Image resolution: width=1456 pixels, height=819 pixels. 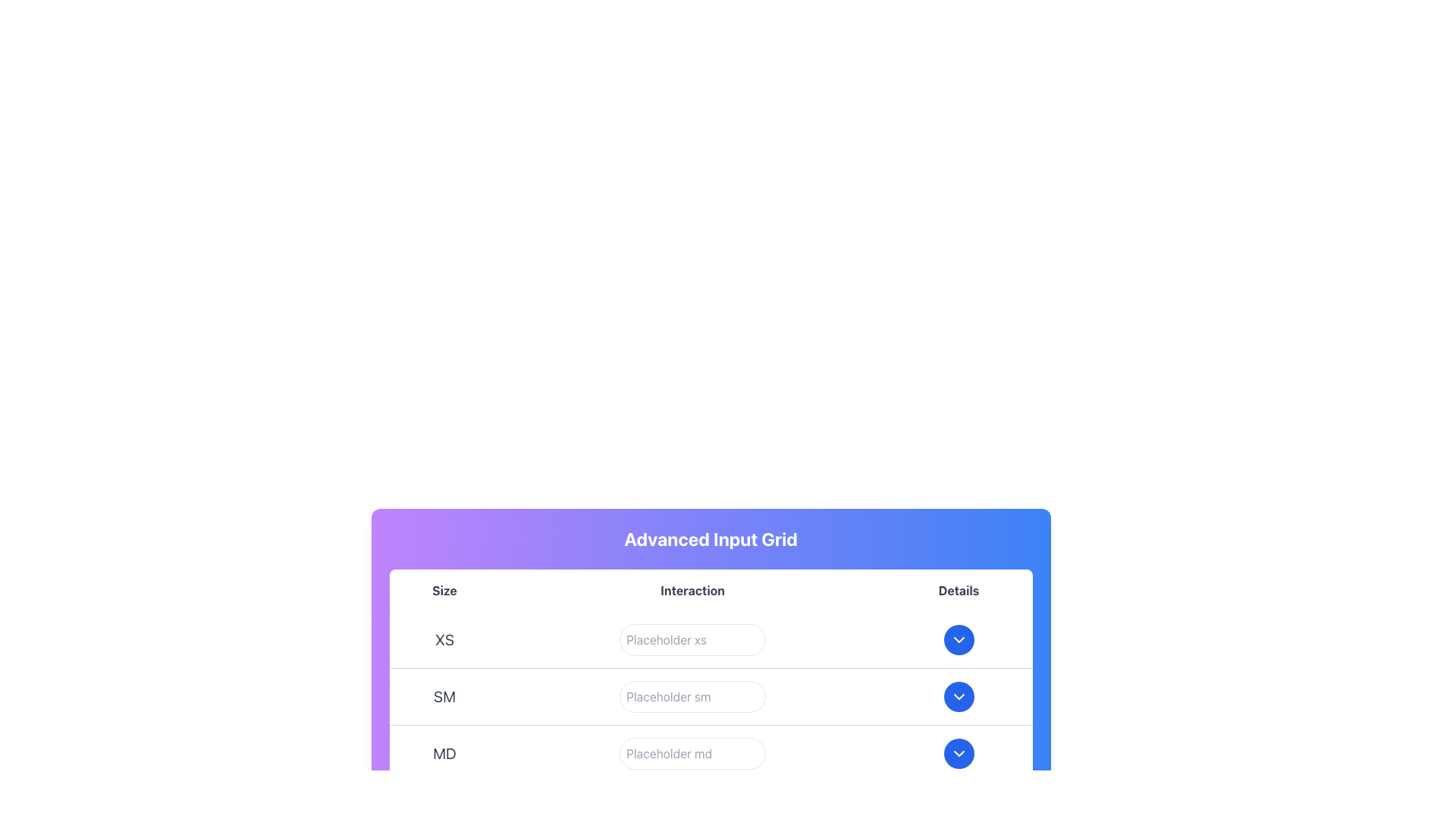 I want to click on the text input field with placeholder text 'Placeholder xs' located under the heading 'Interaction' in the 'XS' row to focus, so click(x=692, y=640).